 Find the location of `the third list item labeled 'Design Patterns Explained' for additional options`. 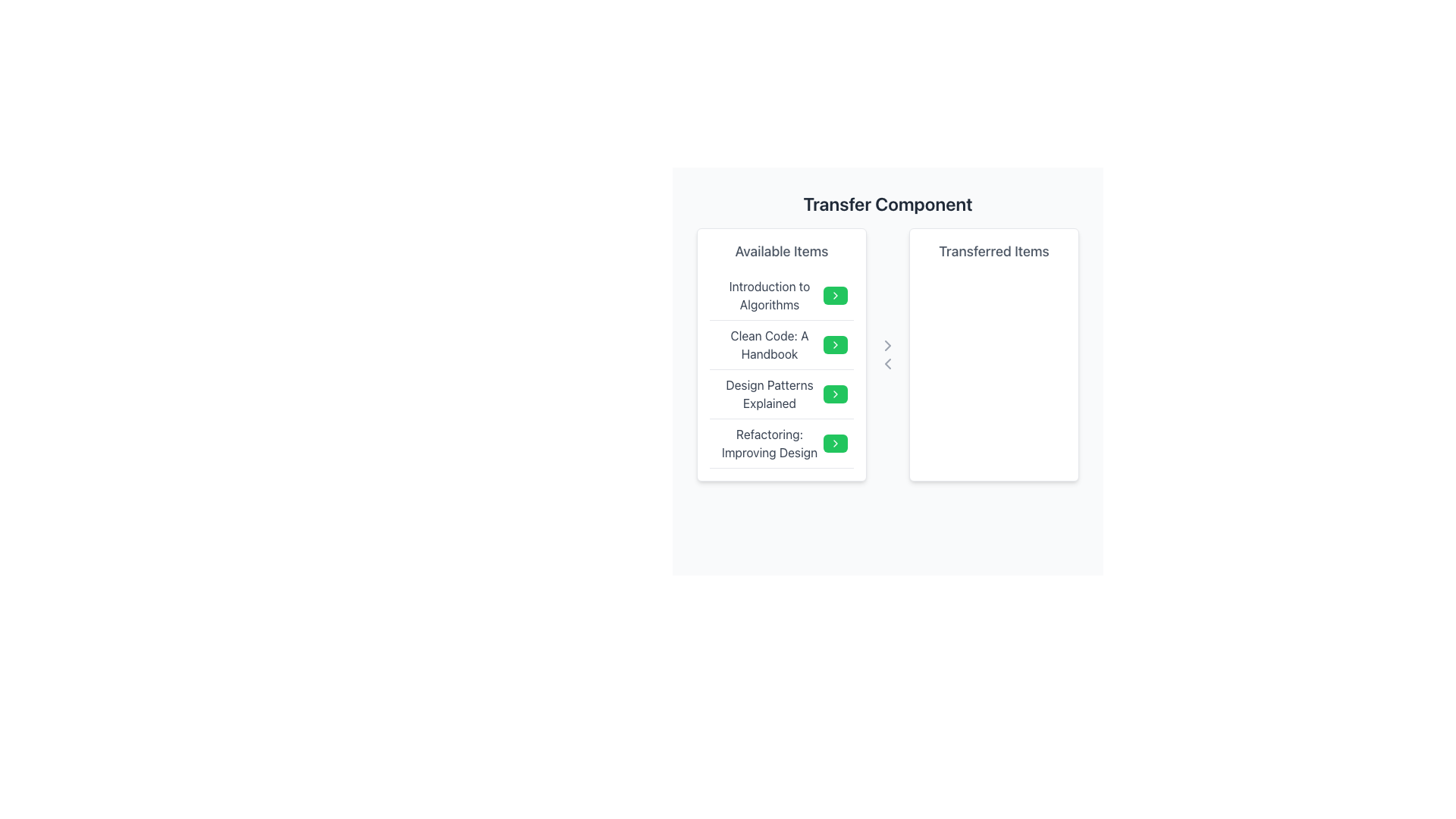

the third list item labeled 'Design Patterns Explained' for additional options is located at coordinates (782, 394).